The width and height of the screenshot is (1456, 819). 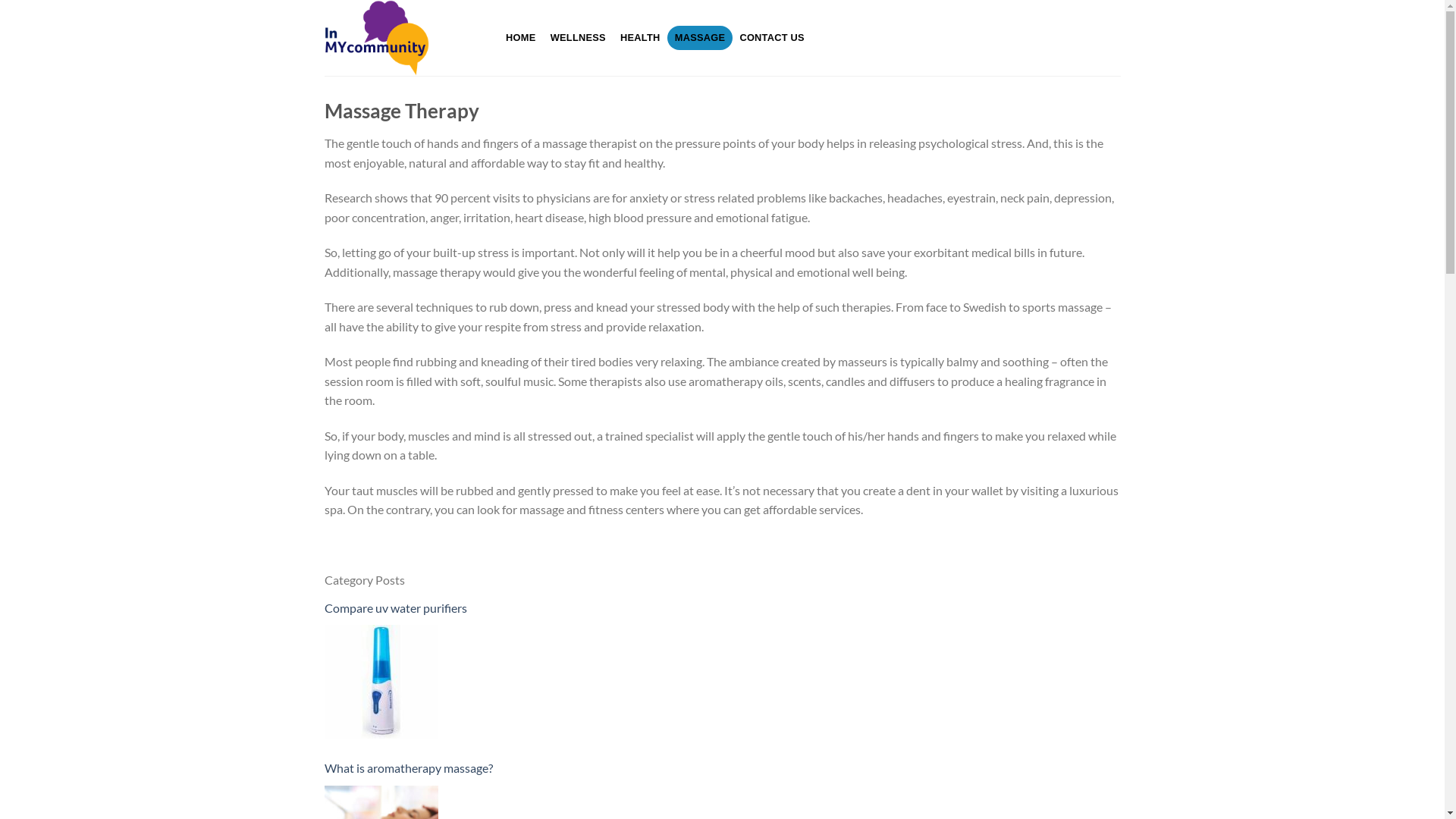 What do you see at coordinates (323, 607) in the screenshot?
I see `'Compare uv water purifiers'` at bounding box center [323, 607].